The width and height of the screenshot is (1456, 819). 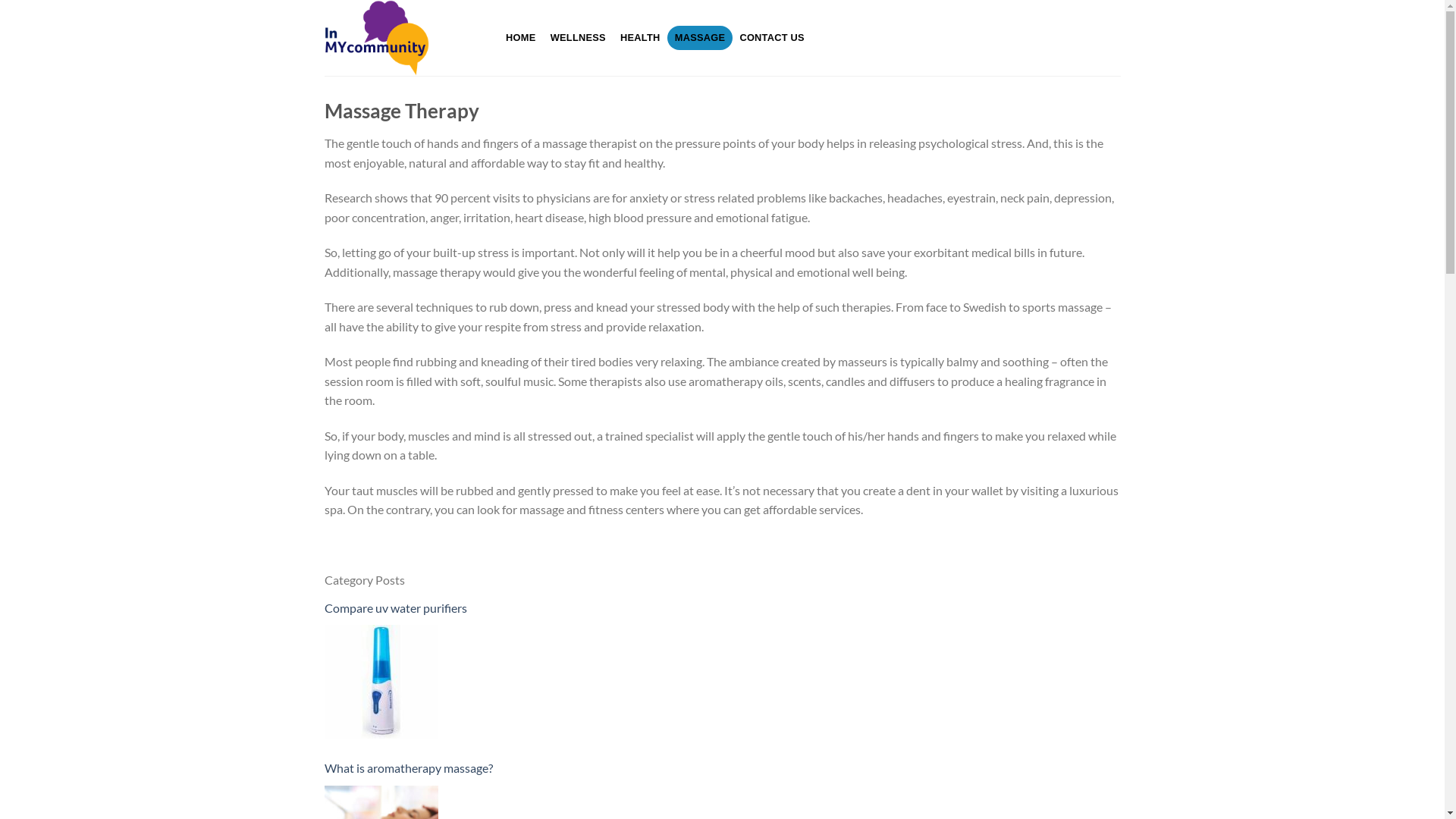 What do you see at coordinates (323, 607) in the screenshot?
I see `'Compare uv water purifiers'` at bounding box center [323, 607].